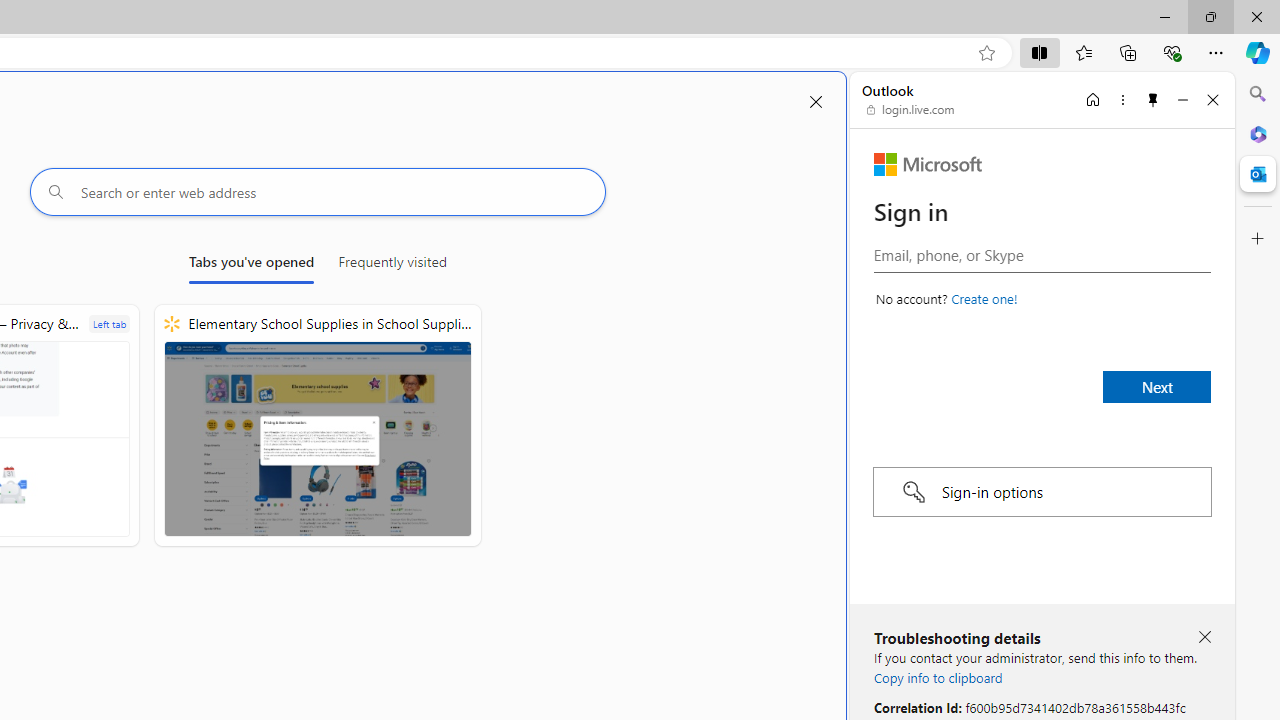 The width and height of the screenshot is (1280, 720). Describe the element at coordinates (1212, 99) in the screenshot. I see `'Close'` at that location.